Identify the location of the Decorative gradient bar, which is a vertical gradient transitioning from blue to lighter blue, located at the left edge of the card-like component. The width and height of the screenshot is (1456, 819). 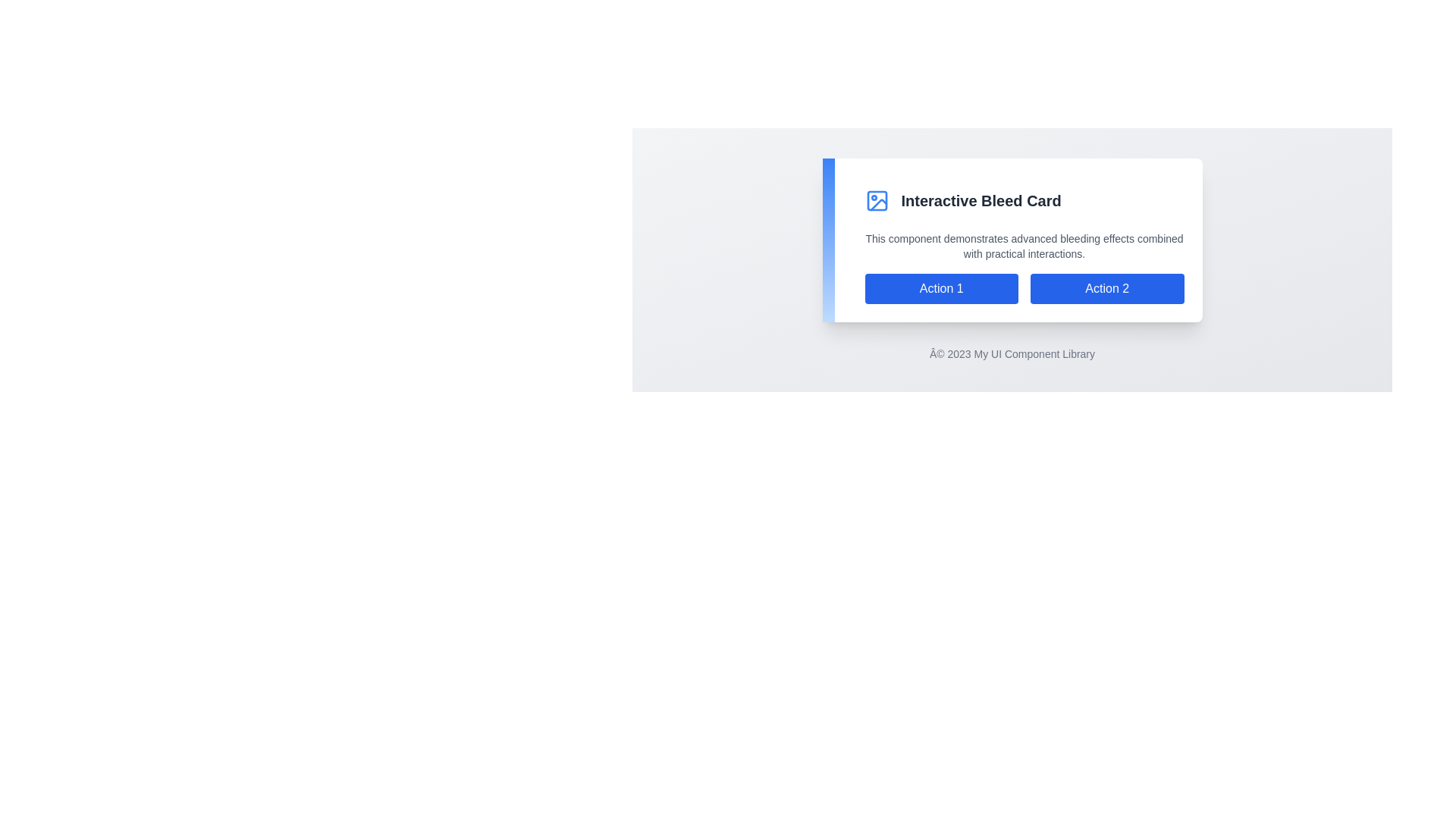
(827, 239).